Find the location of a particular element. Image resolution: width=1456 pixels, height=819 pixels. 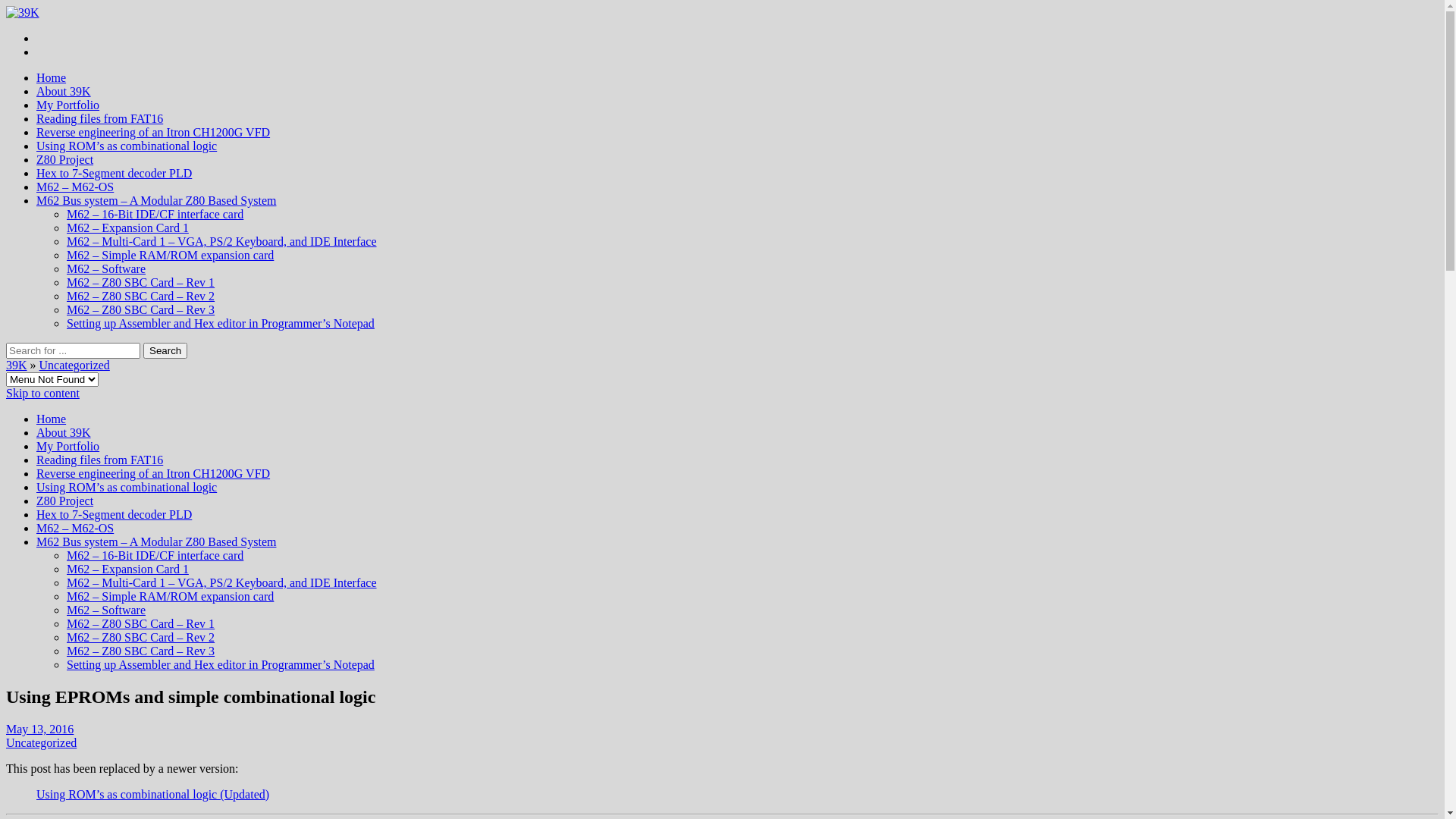

'Reading files from FAT16' is located at coordinates (99, 118).